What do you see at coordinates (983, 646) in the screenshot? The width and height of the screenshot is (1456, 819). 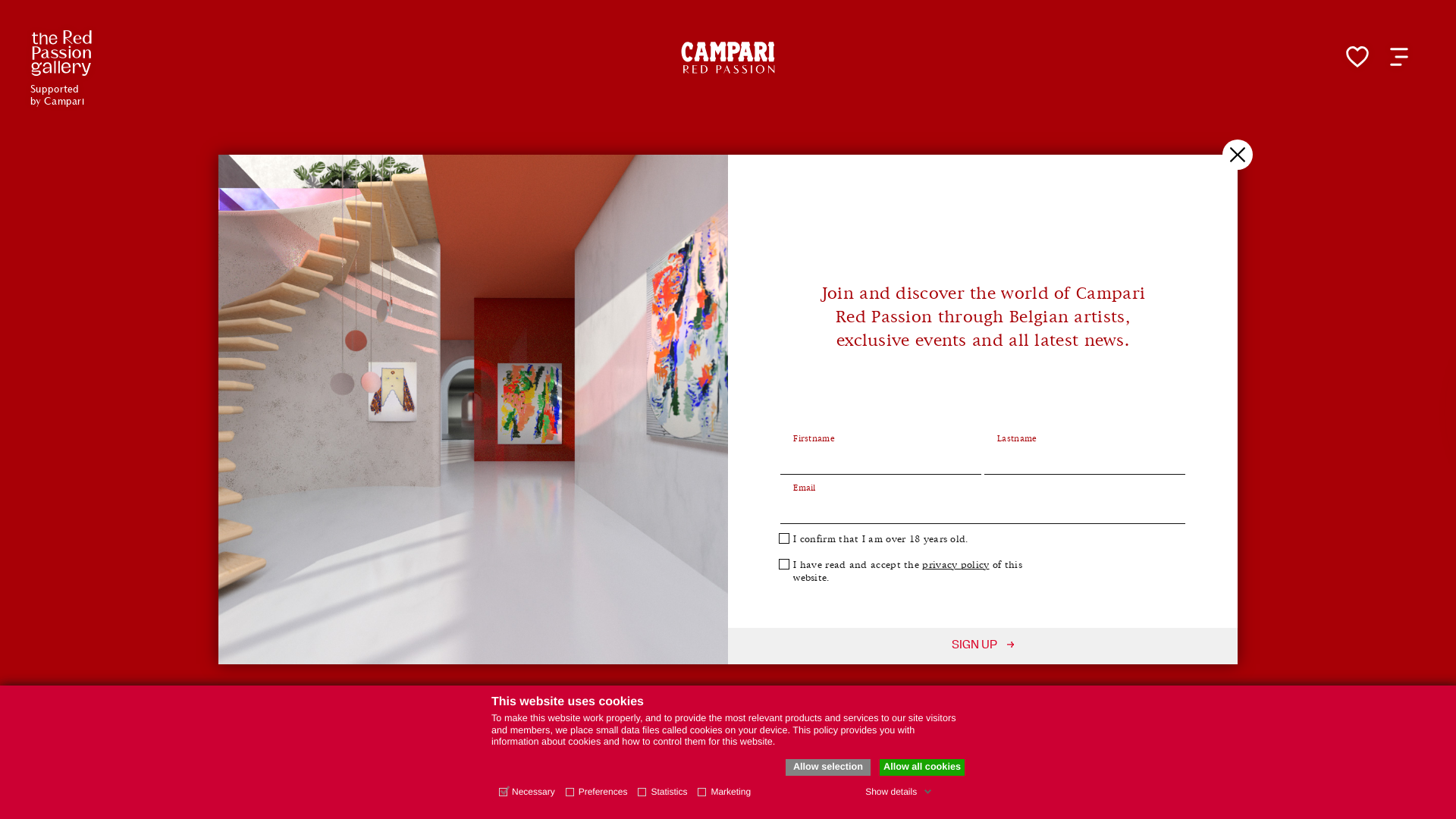 I see `'SIGN UP'` at bounding box center [983, 646].